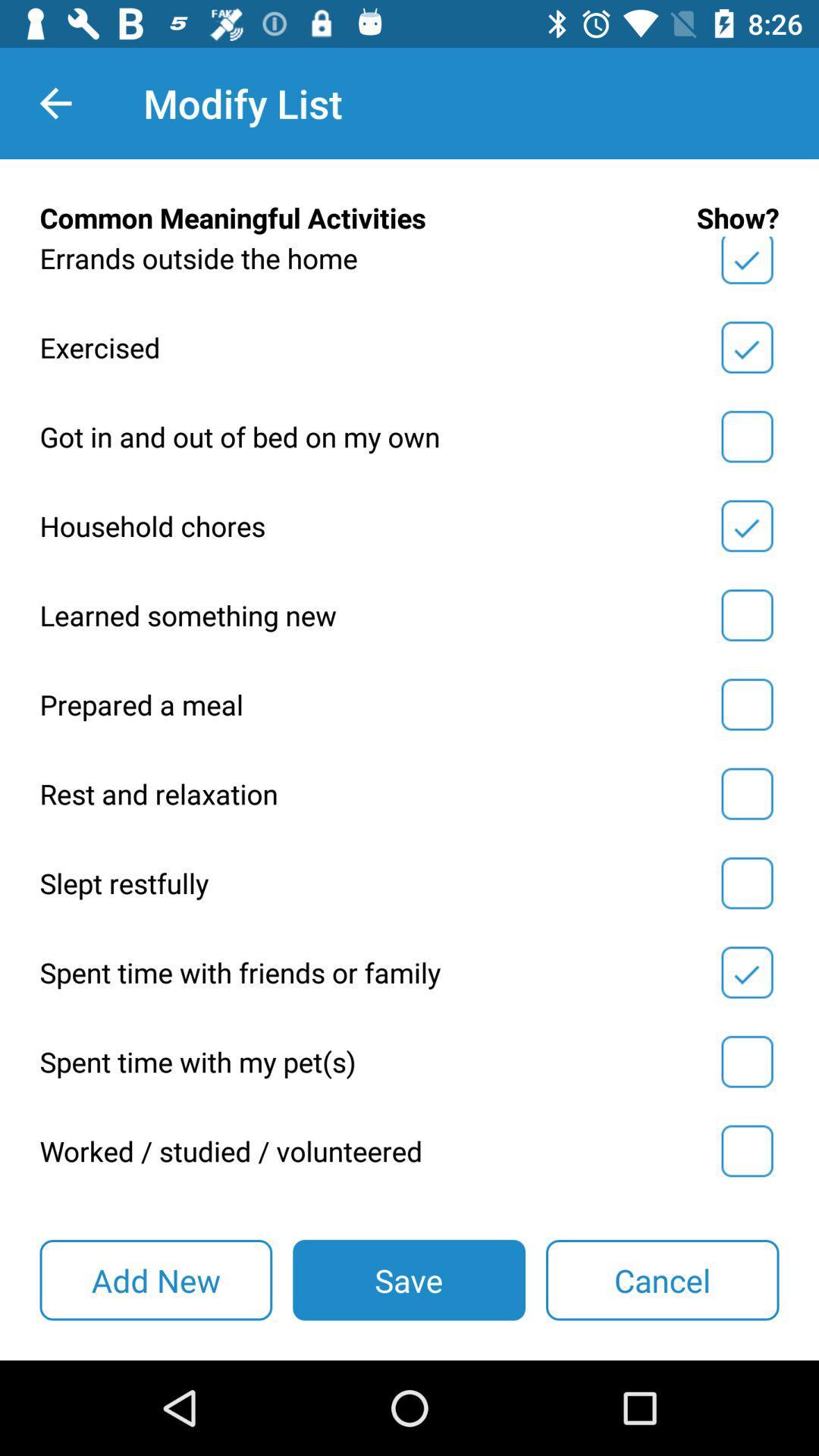  I want to click on tick option, so click(746, 615).